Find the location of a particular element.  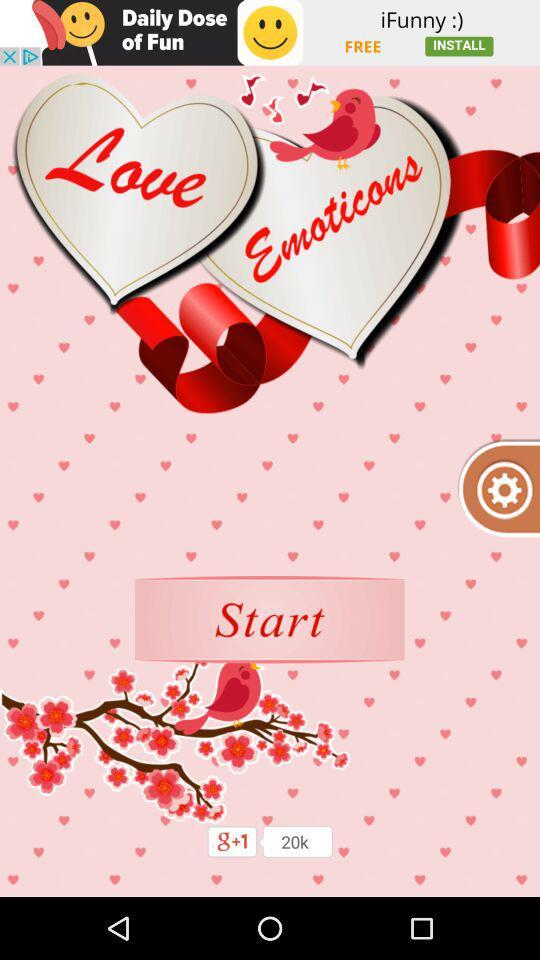

banner advertisement is located at coordinates (270, 31).